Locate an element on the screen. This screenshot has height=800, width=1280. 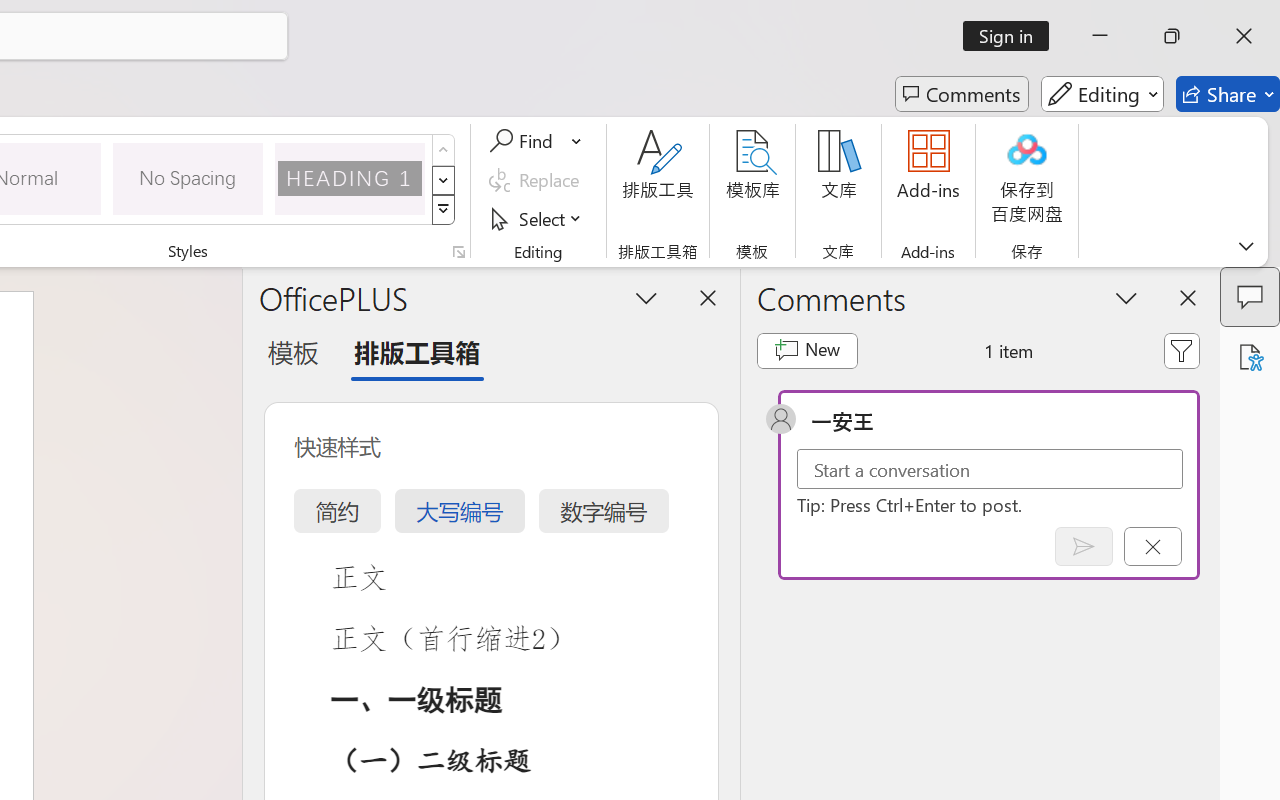
'Editing' is located at coordinates (1101, 94).